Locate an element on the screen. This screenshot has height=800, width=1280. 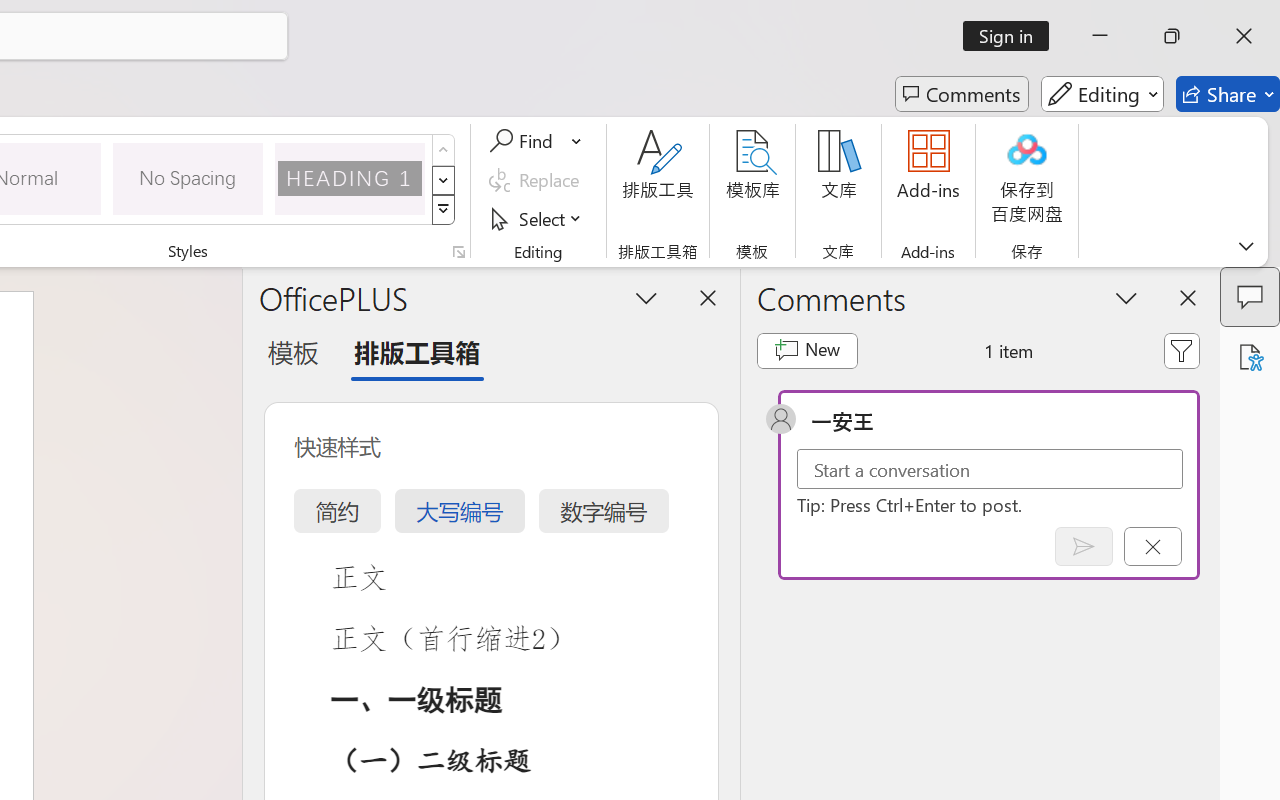
'Editing' is located at coordinates (1101, 94).